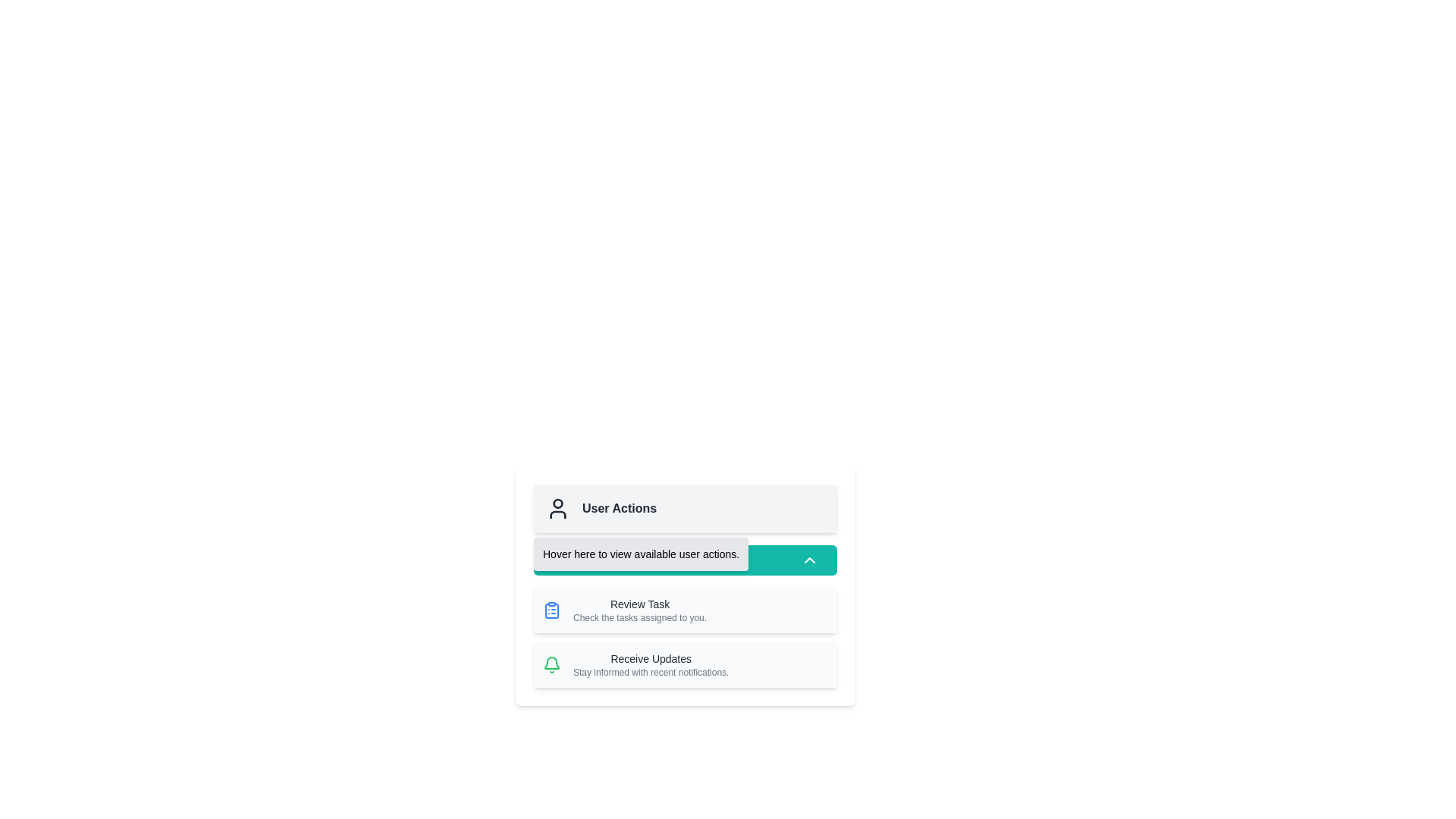  Describe the element at coordinates (684, 560) in the screenshot. I see `the 'Action Details' button, which has a teal background and white text, to trigger visual feedback` at that location.